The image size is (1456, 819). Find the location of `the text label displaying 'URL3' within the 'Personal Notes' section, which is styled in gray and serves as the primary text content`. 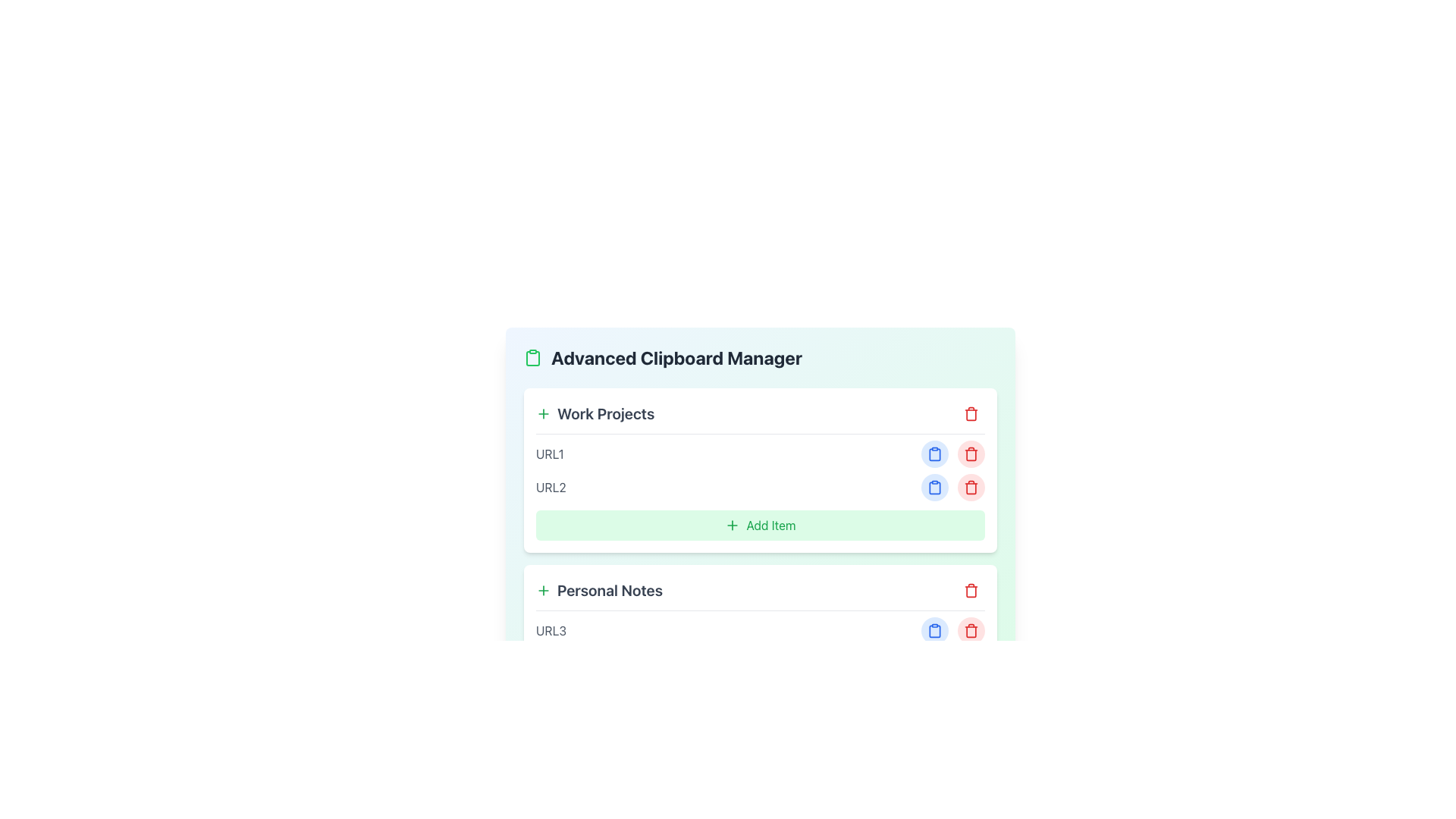

the text label displaying 'URL3' within the 'Personal Notes' section, which is styled in gray and serves as the primary text content is located at coordinates (551, 631).